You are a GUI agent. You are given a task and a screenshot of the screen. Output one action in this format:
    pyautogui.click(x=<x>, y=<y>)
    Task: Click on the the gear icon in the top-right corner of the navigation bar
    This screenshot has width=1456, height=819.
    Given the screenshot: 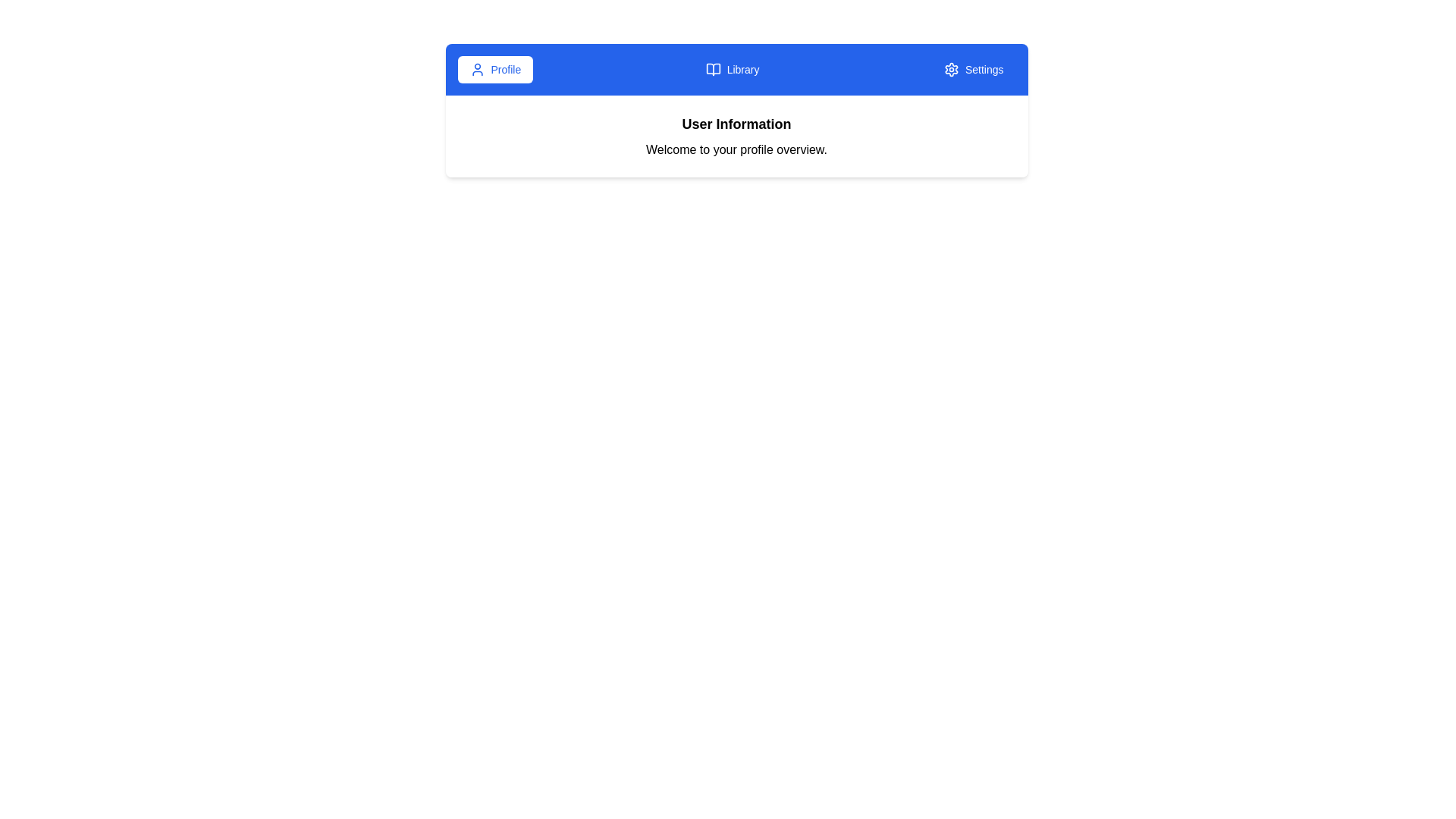 What is the action you would take?
    pyautogui.click(x=950, y=70)
    